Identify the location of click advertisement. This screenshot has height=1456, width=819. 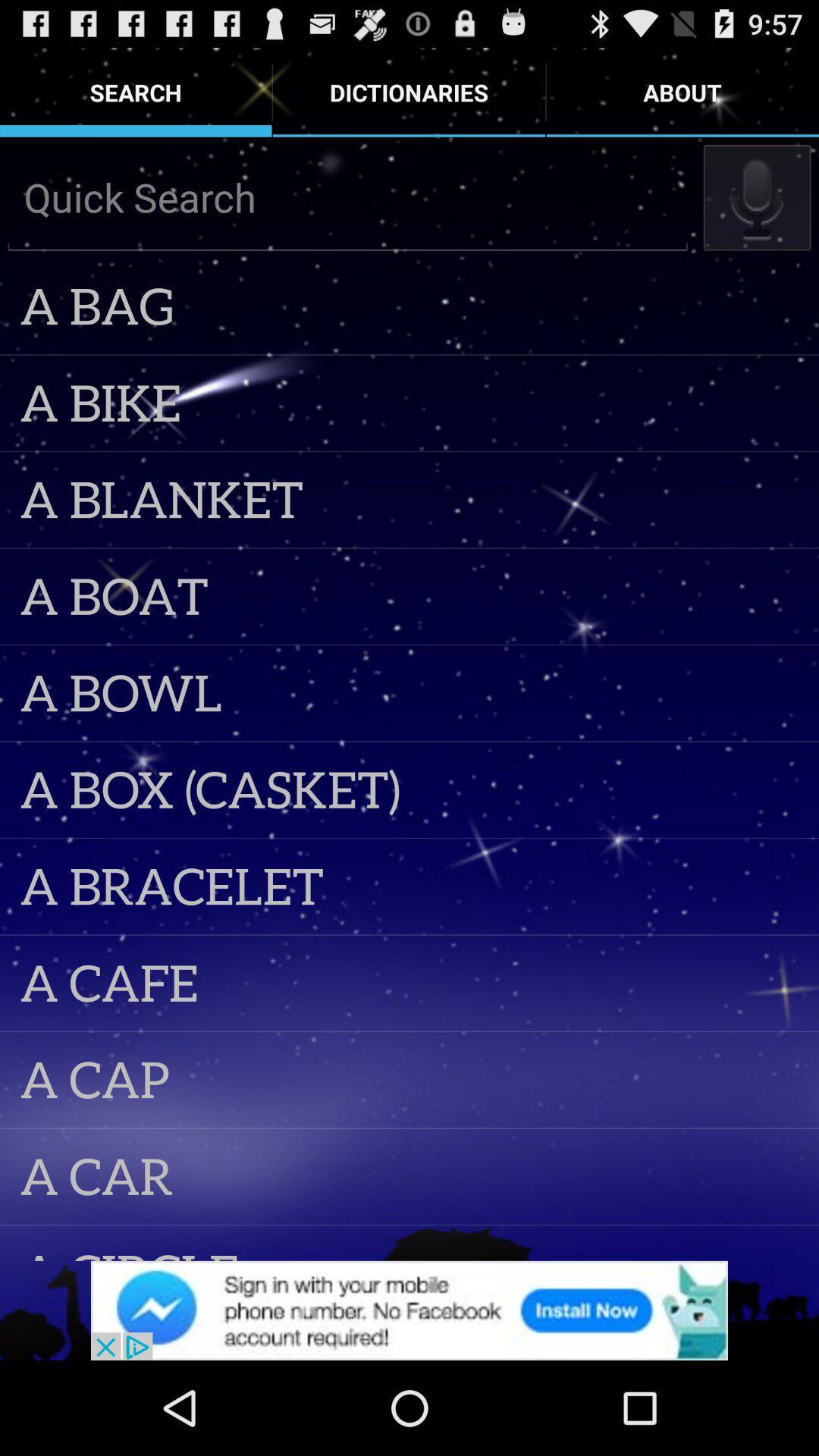
(409, 1310).